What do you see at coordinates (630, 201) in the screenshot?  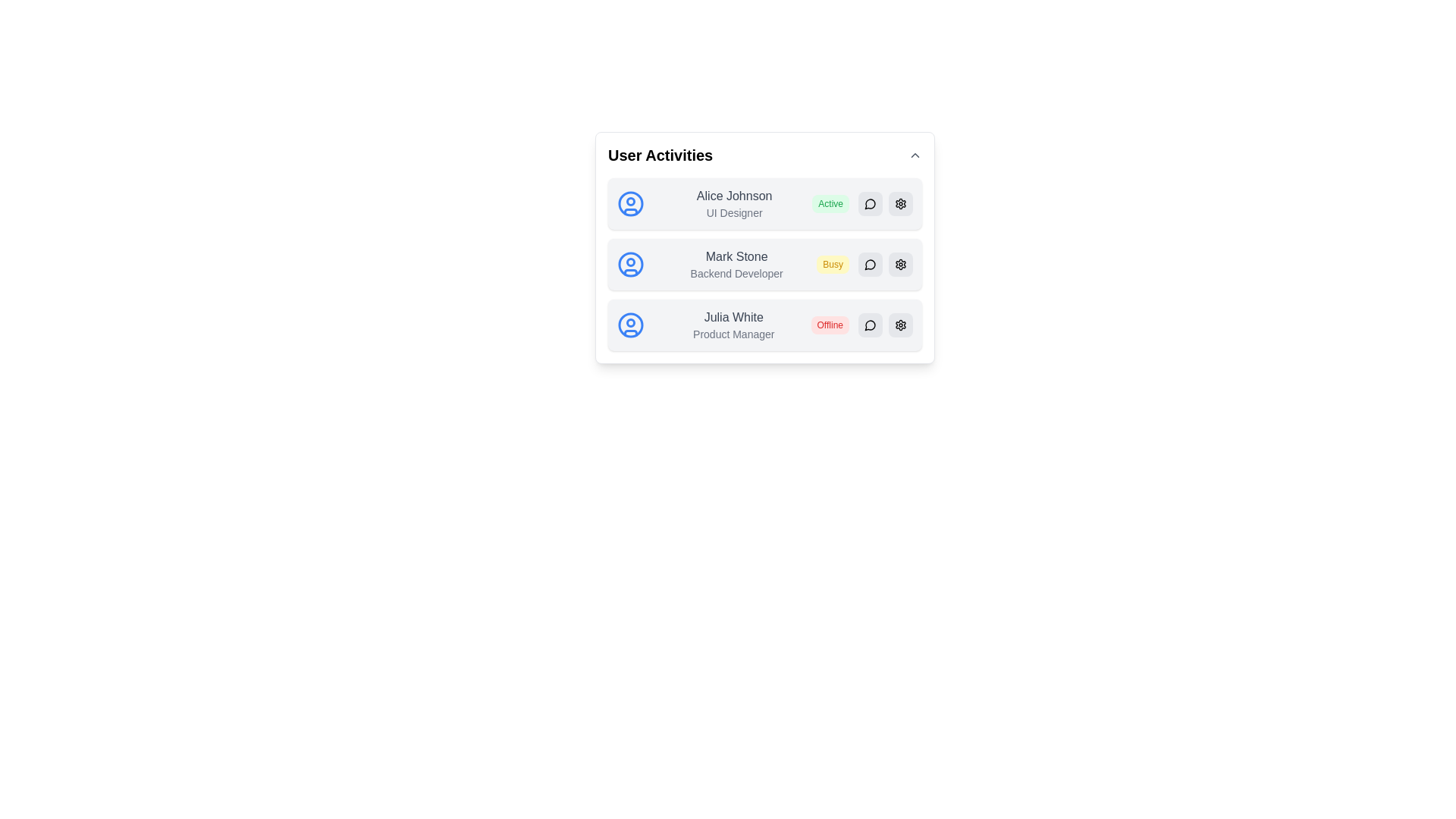 I see `the small solid circle within the larger SVG graphic icon representing user 'Alice Johnson' in the 'User Activities' list` at bounding box center [630, 201].